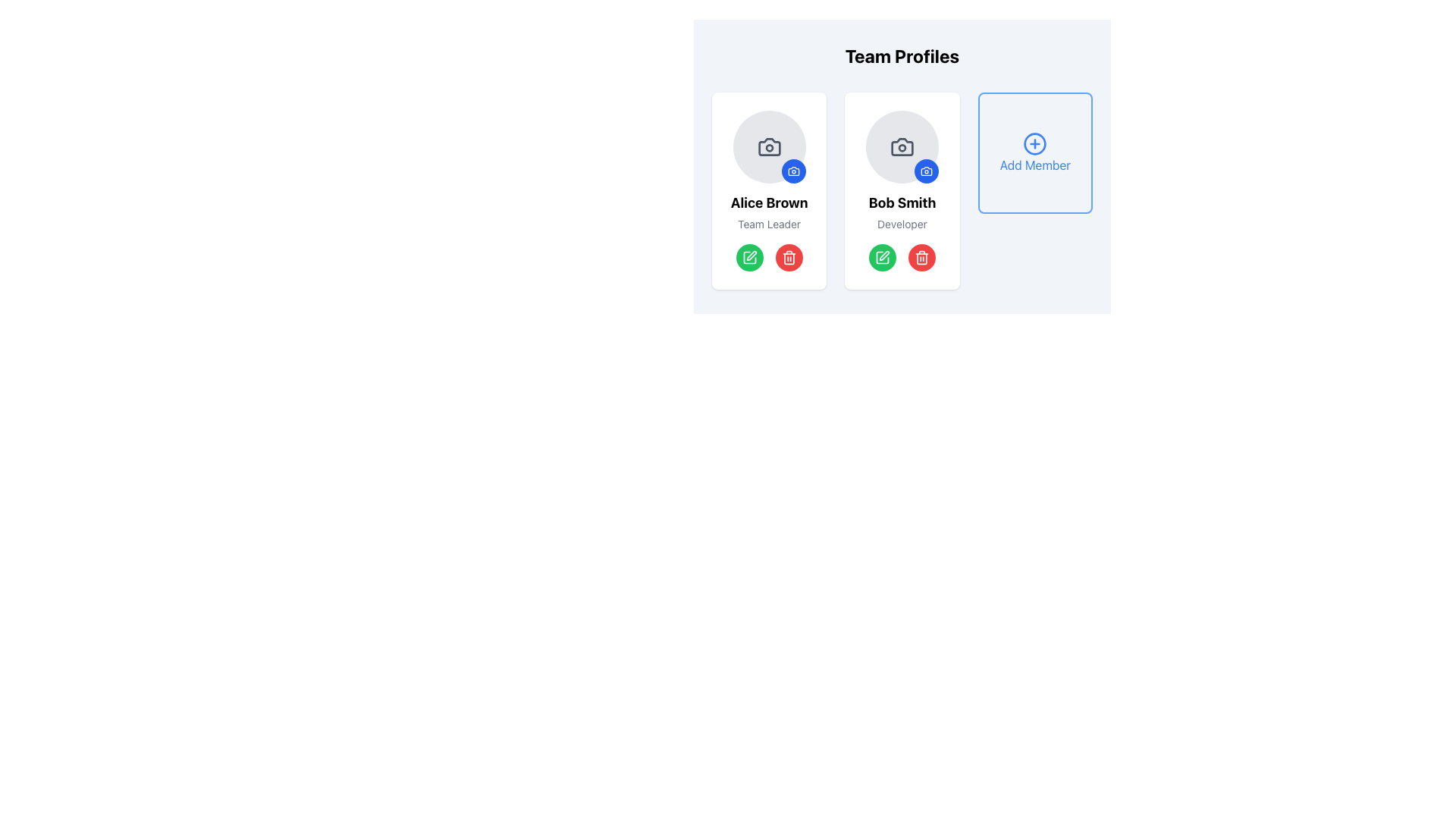 This screenshot has height=819, width=1456. Describe the element at coordinates (789, 256) in the screenshot. I see `the 'delete' button located below the 'Alice Brown' profile card in the 'Team Profiles' section` at that location.